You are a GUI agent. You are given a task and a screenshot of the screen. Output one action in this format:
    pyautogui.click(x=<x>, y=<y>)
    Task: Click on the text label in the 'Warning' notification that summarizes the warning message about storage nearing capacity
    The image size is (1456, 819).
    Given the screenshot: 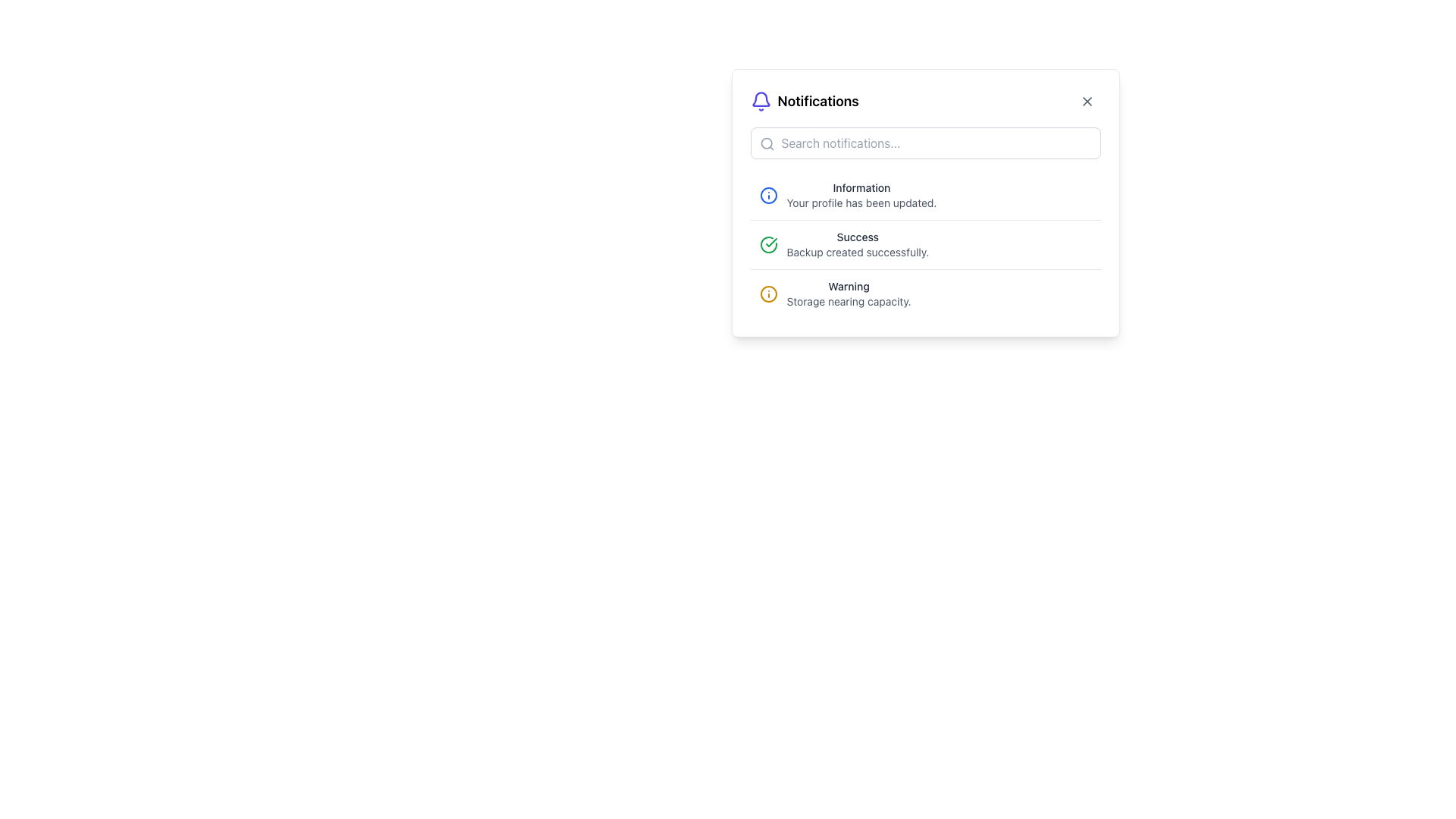 What is the action you would take?
    pyautogui.click(x=848, y=287)
    